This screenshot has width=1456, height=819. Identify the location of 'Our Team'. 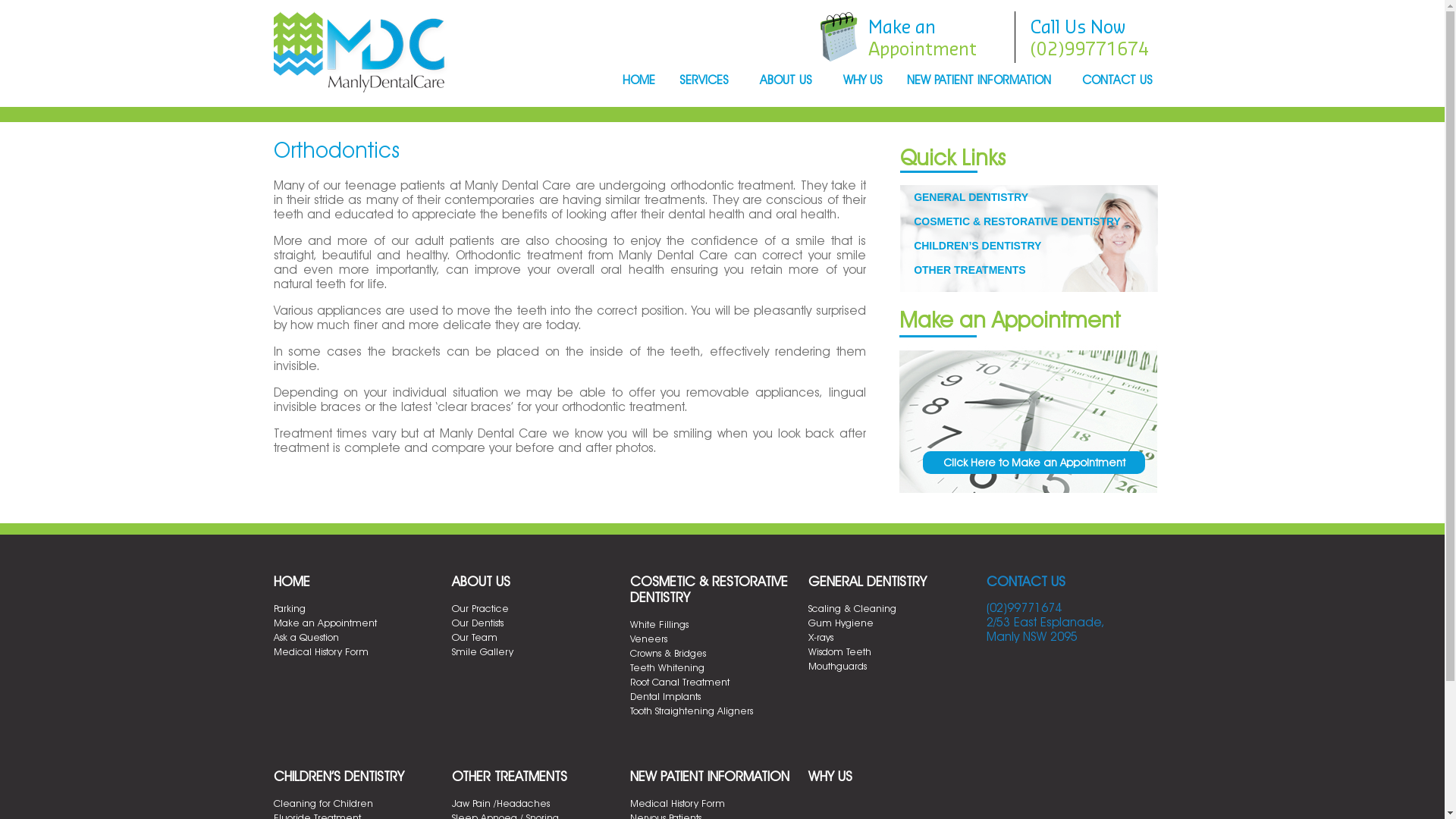
(473, 637).